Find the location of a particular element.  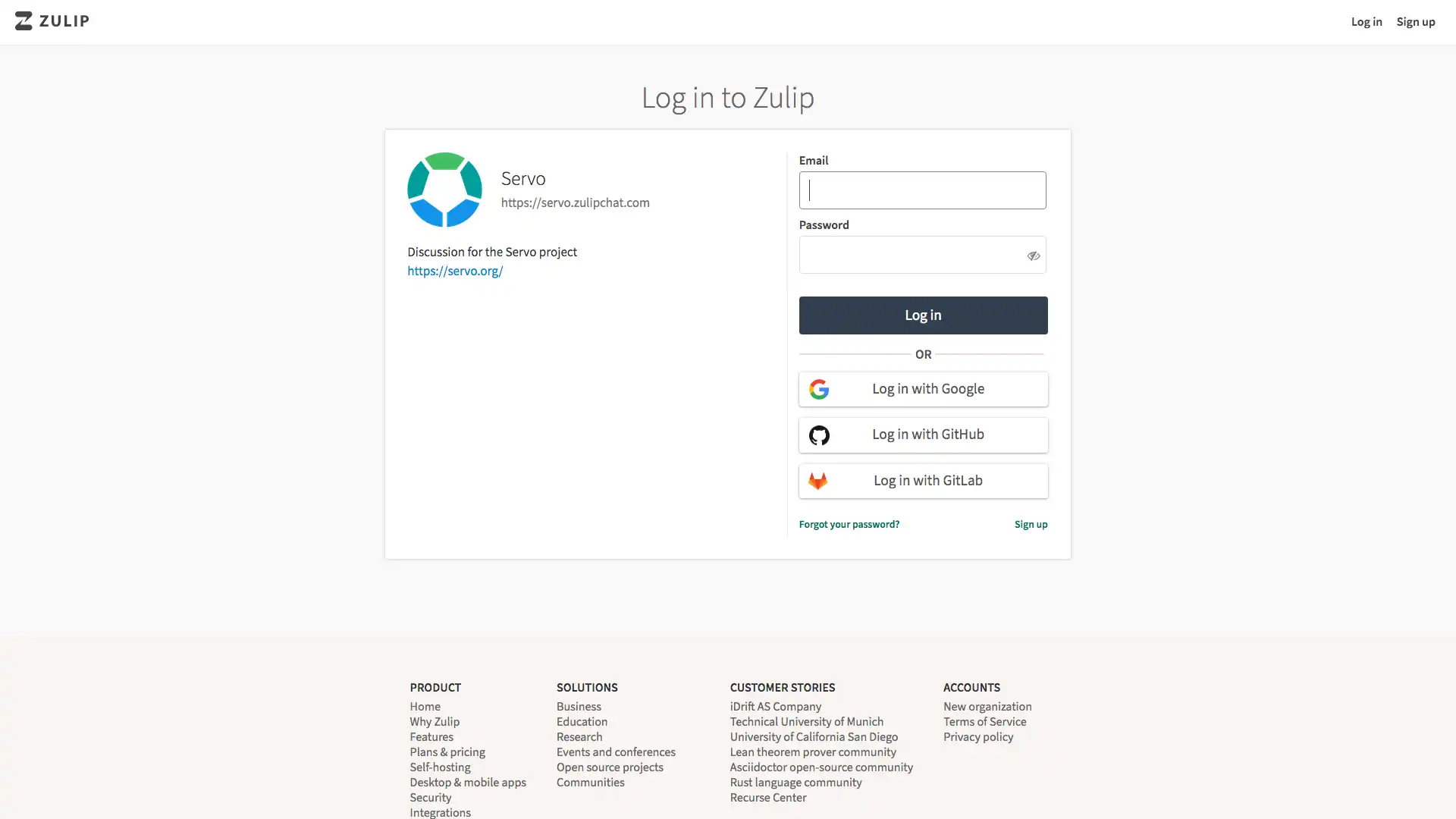

Log in with GitHub is located at coordinates (922, 435).